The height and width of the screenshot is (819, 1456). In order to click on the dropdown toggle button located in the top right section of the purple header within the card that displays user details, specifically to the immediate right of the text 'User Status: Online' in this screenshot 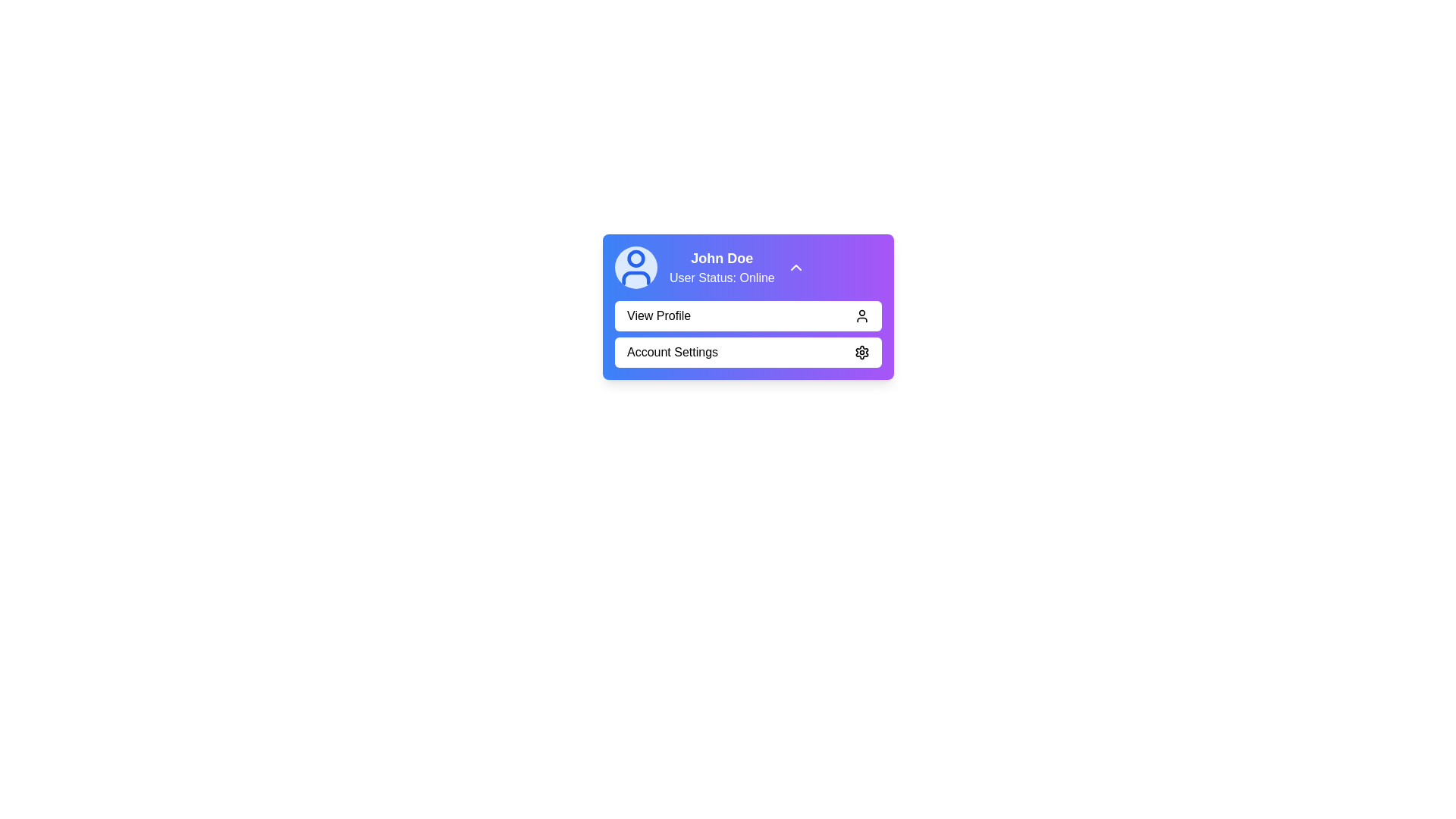, I will do `click(795, 267)`.